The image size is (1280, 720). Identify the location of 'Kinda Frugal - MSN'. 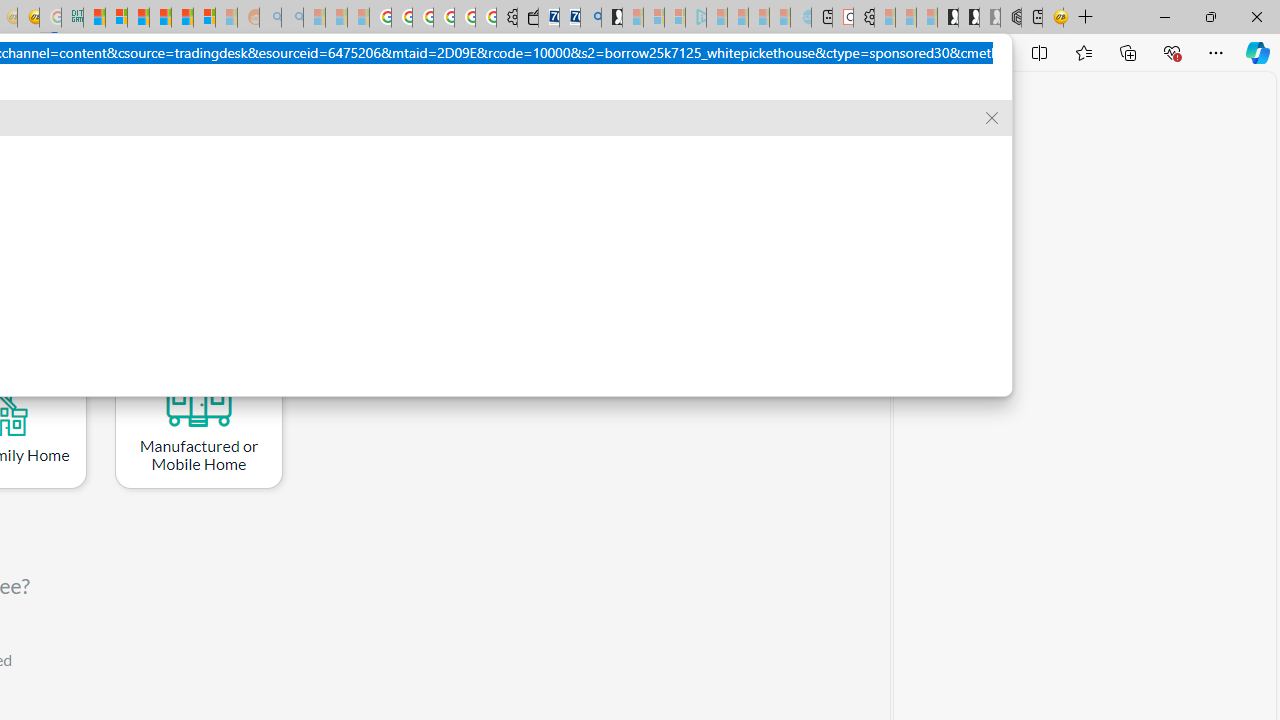
(182, 17).